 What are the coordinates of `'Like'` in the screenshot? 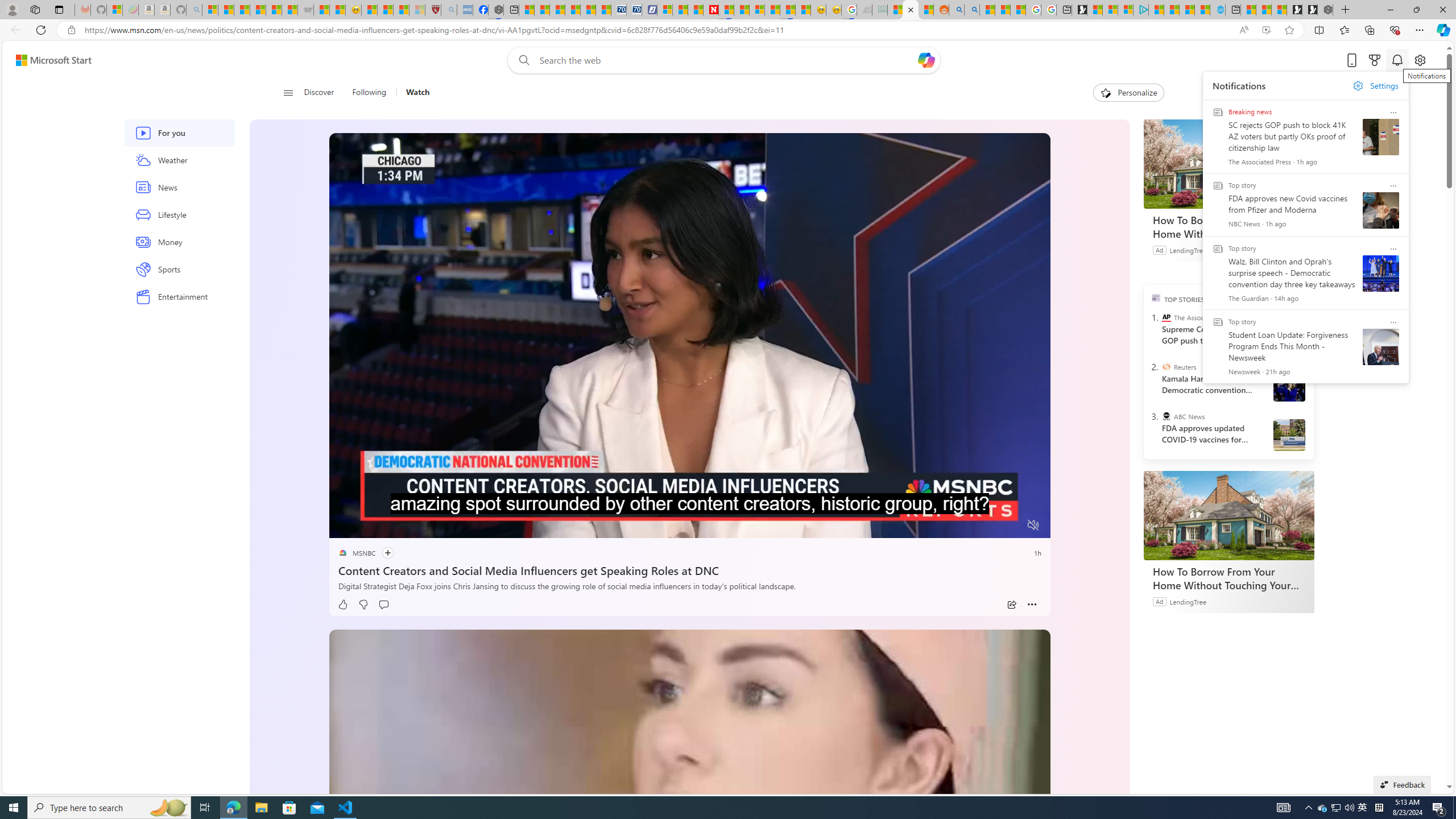 It's located at (342, 604).